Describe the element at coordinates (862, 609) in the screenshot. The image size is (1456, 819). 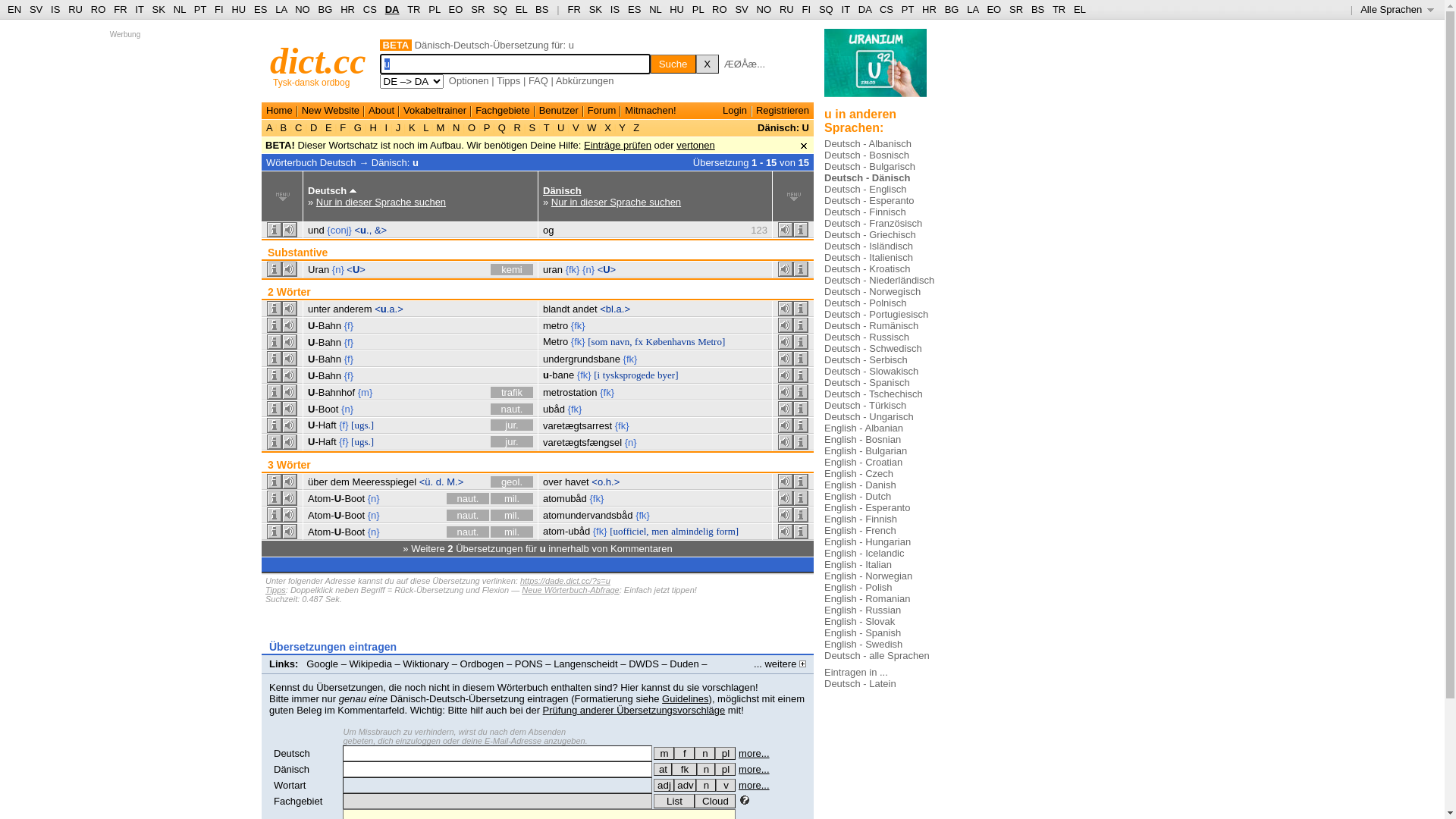
I see `'English - Russian'` at that location.